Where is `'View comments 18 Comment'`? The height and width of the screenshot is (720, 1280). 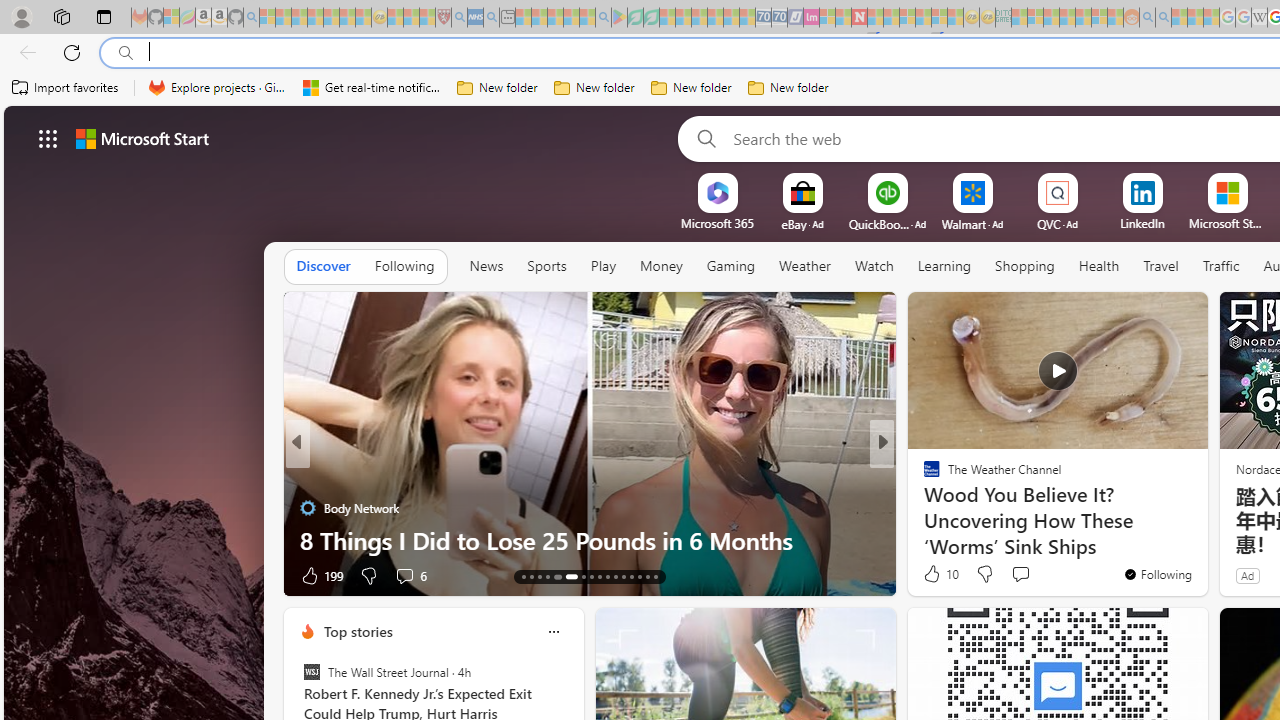
'View comments 18 Comment' is located at coordinates (1029, 575).